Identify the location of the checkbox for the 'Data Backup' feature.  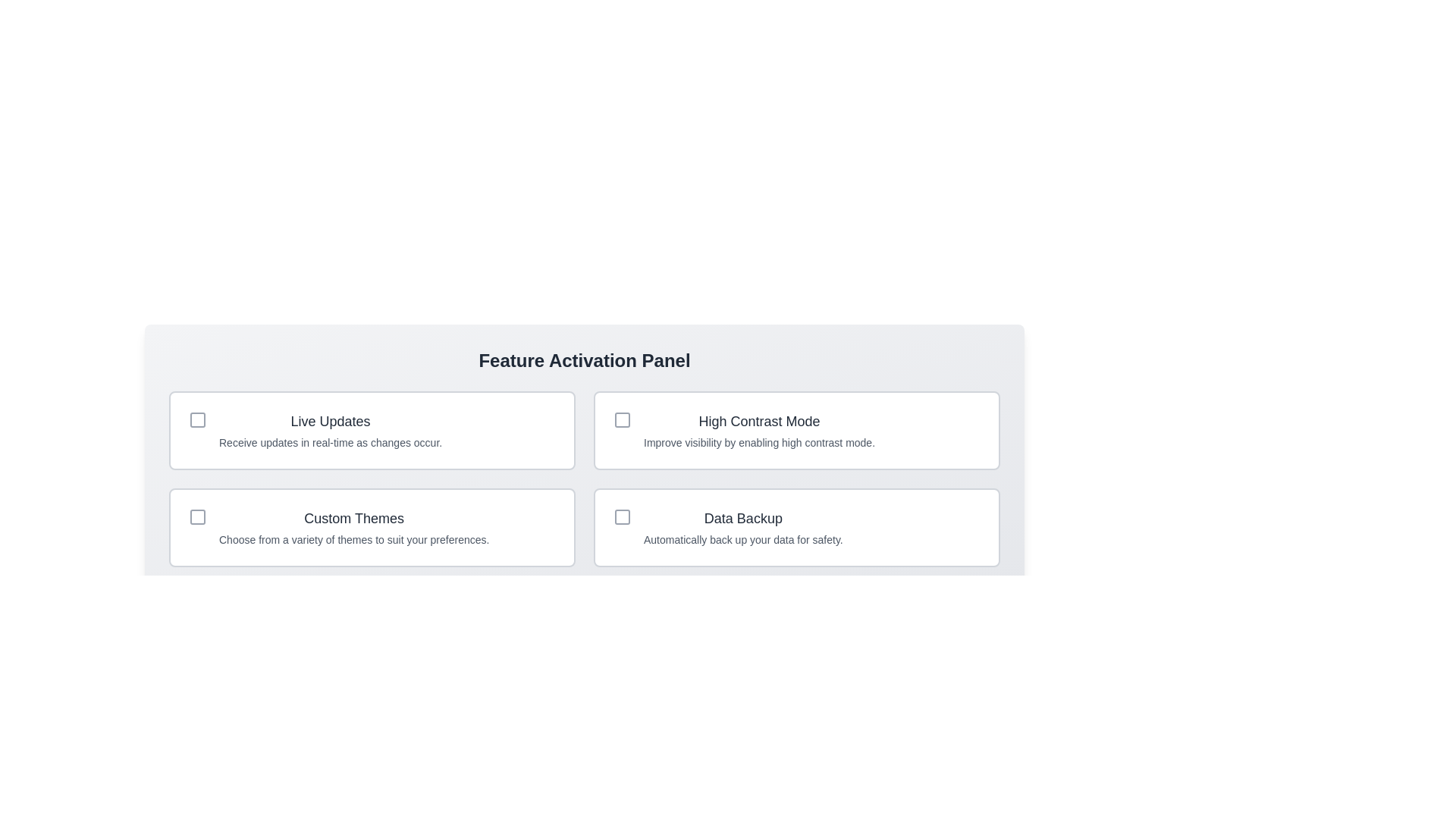
(622, 516).